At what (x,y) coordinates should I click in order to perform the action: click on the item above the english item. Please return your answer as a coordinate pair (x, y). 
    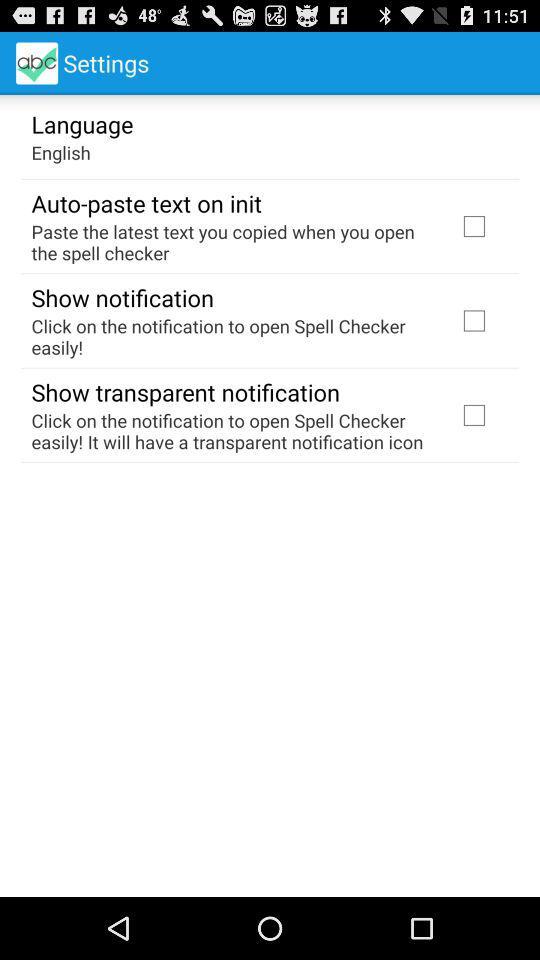
    Looking at the image, I should click on (81, 122).